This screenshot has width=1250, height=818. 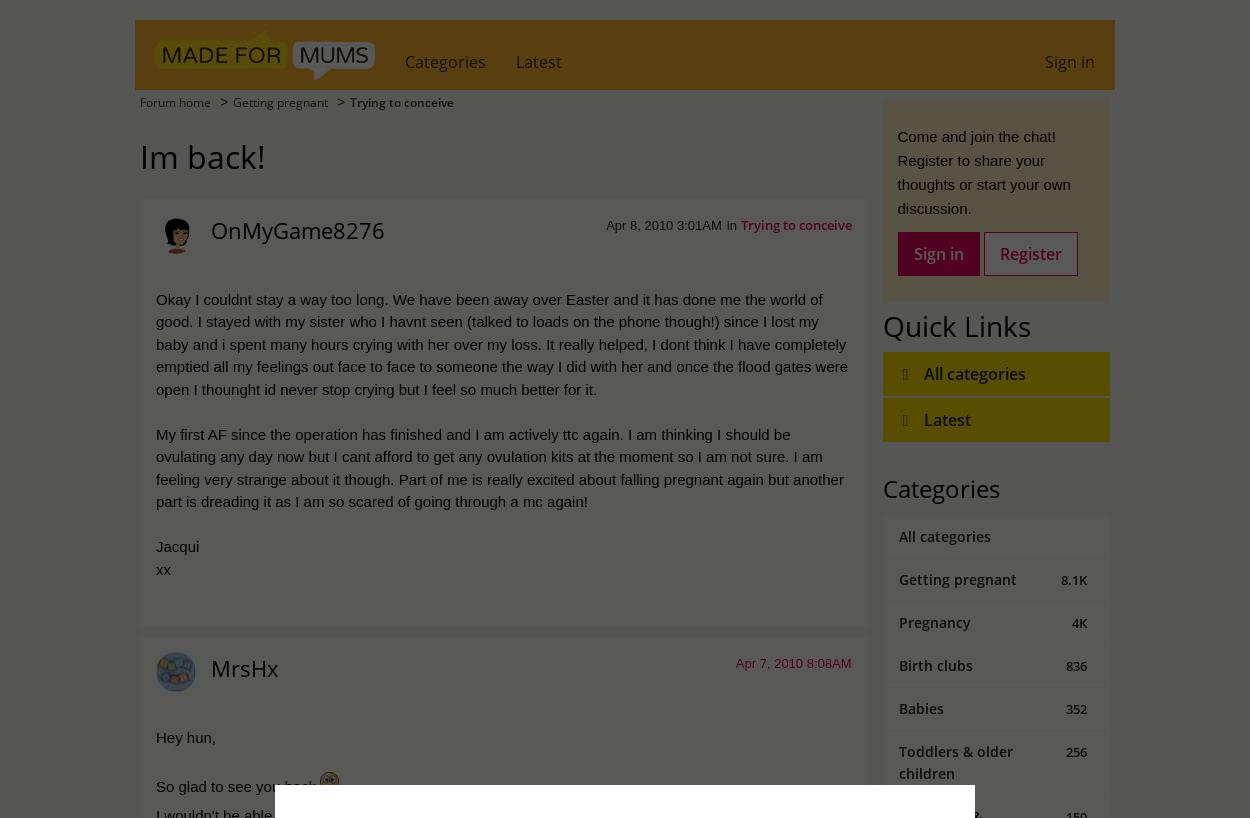 I want to click on 'OnMyGame8276', so click(x=298, y=229).